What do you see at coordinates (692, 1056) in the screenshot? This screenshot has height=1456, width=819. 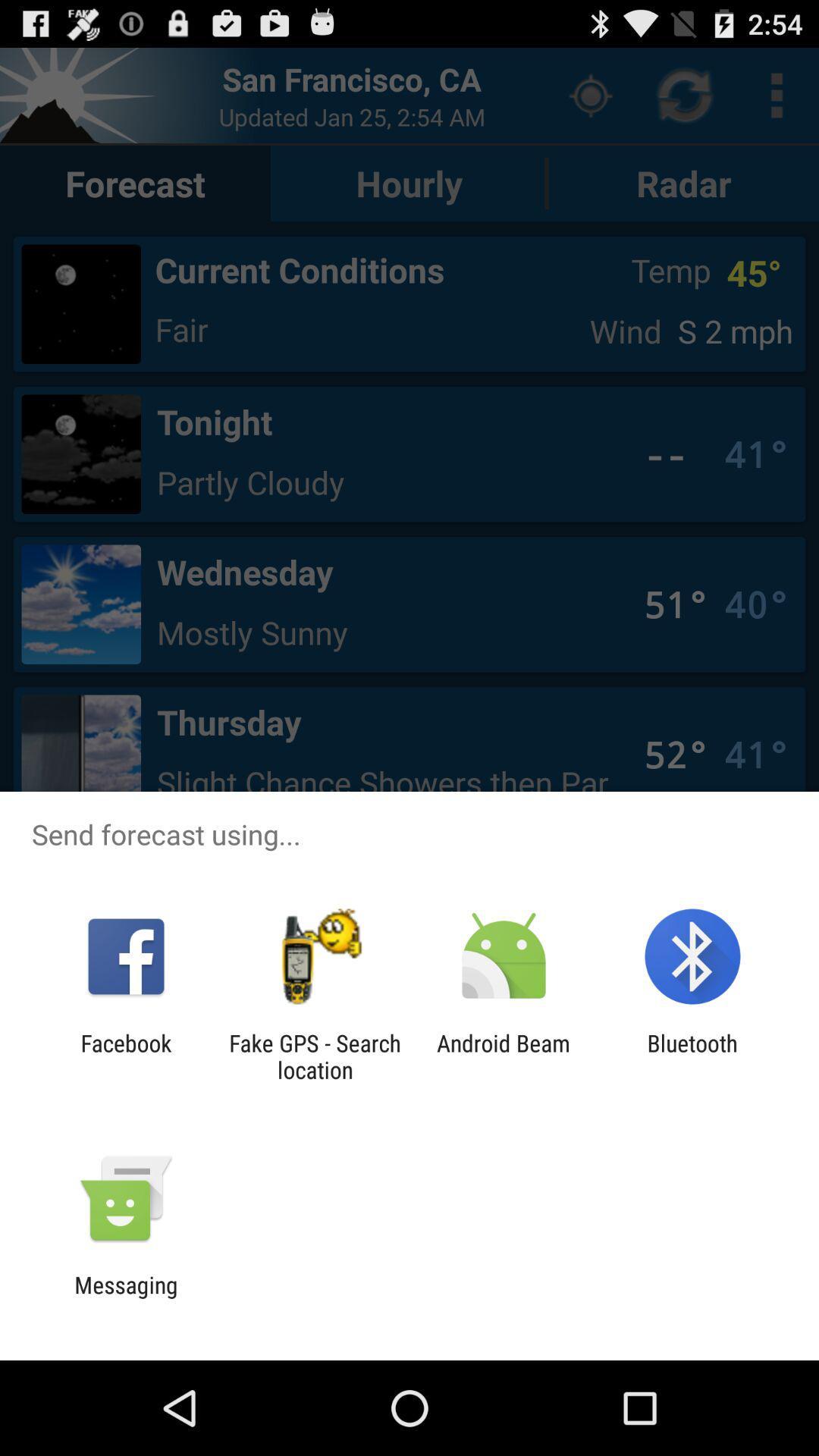 I see `the item next to the android beam item` at bounding box center [692, 1056].